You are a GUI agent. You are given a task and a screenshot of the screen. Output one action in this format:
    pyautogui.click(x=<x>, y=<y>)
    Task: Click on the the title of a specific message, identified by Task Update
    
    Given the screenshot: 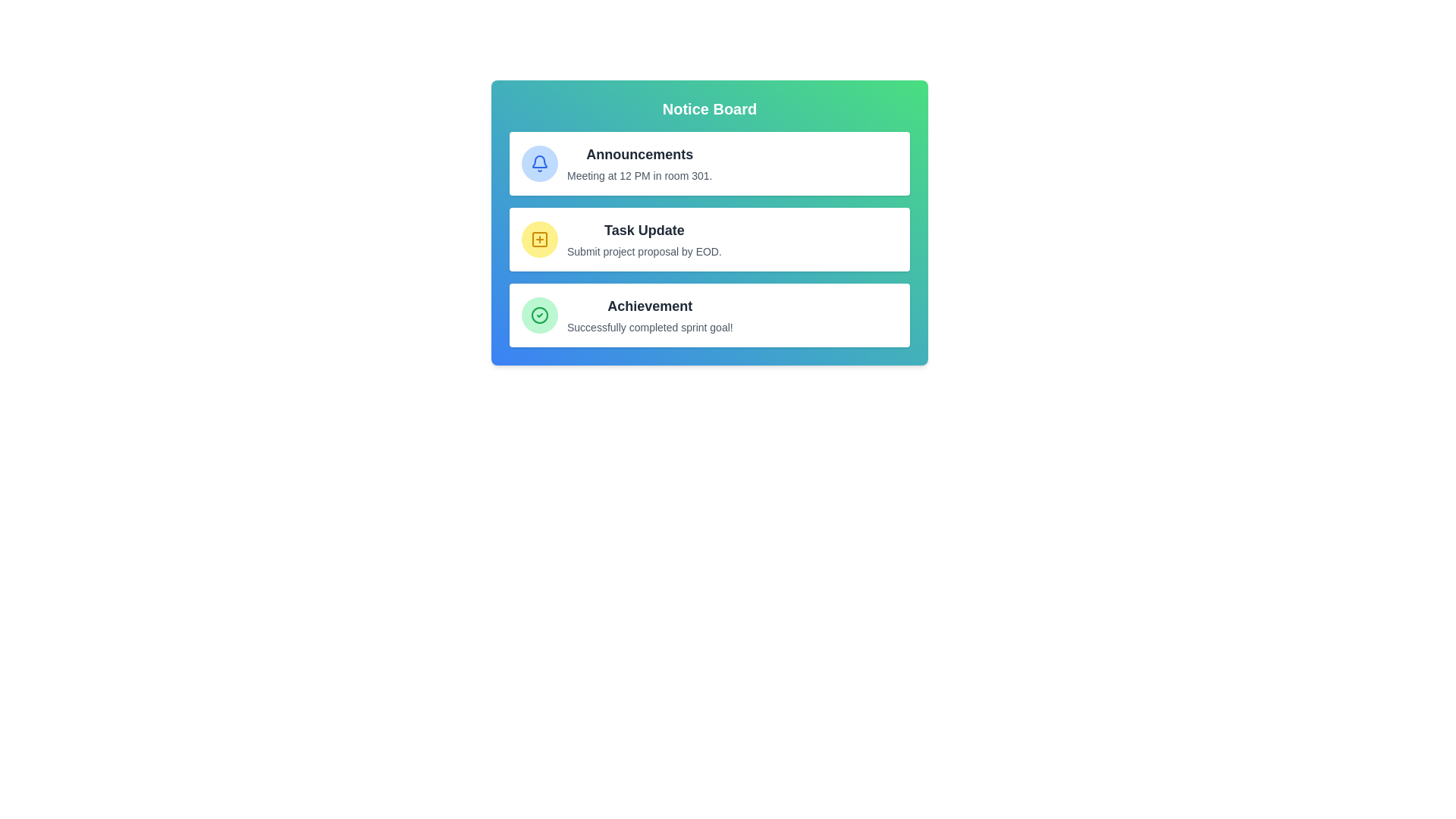 What is the action you would take?
    pyautogui.click(x=644, y=231)
    